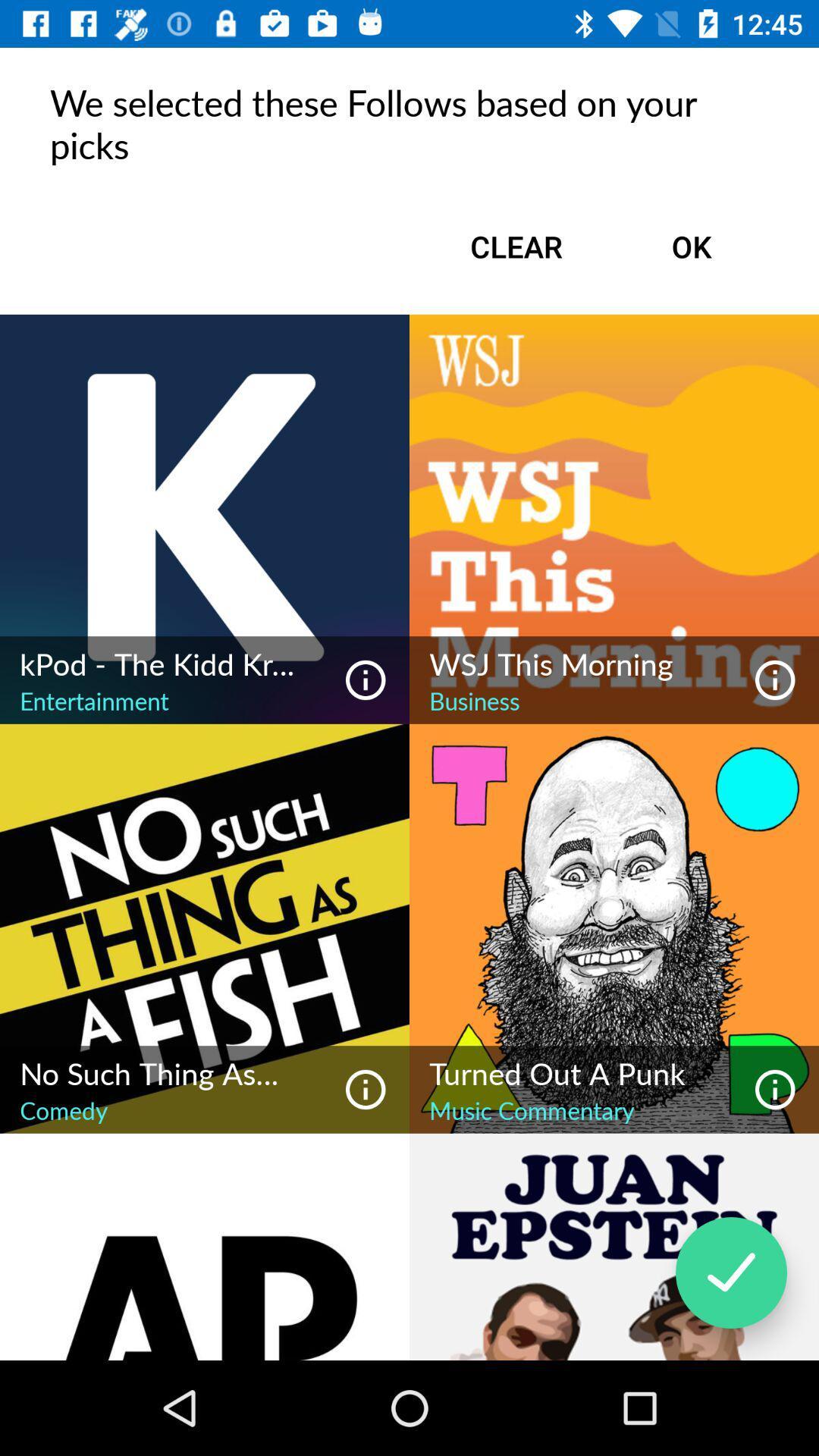 Image resolution: width=819 pixels, height=1456 pixels. What do you see at coordinates (691, 246) in the screenshot?
I see `the icon next to the clear` at bounding box center [691, 246].